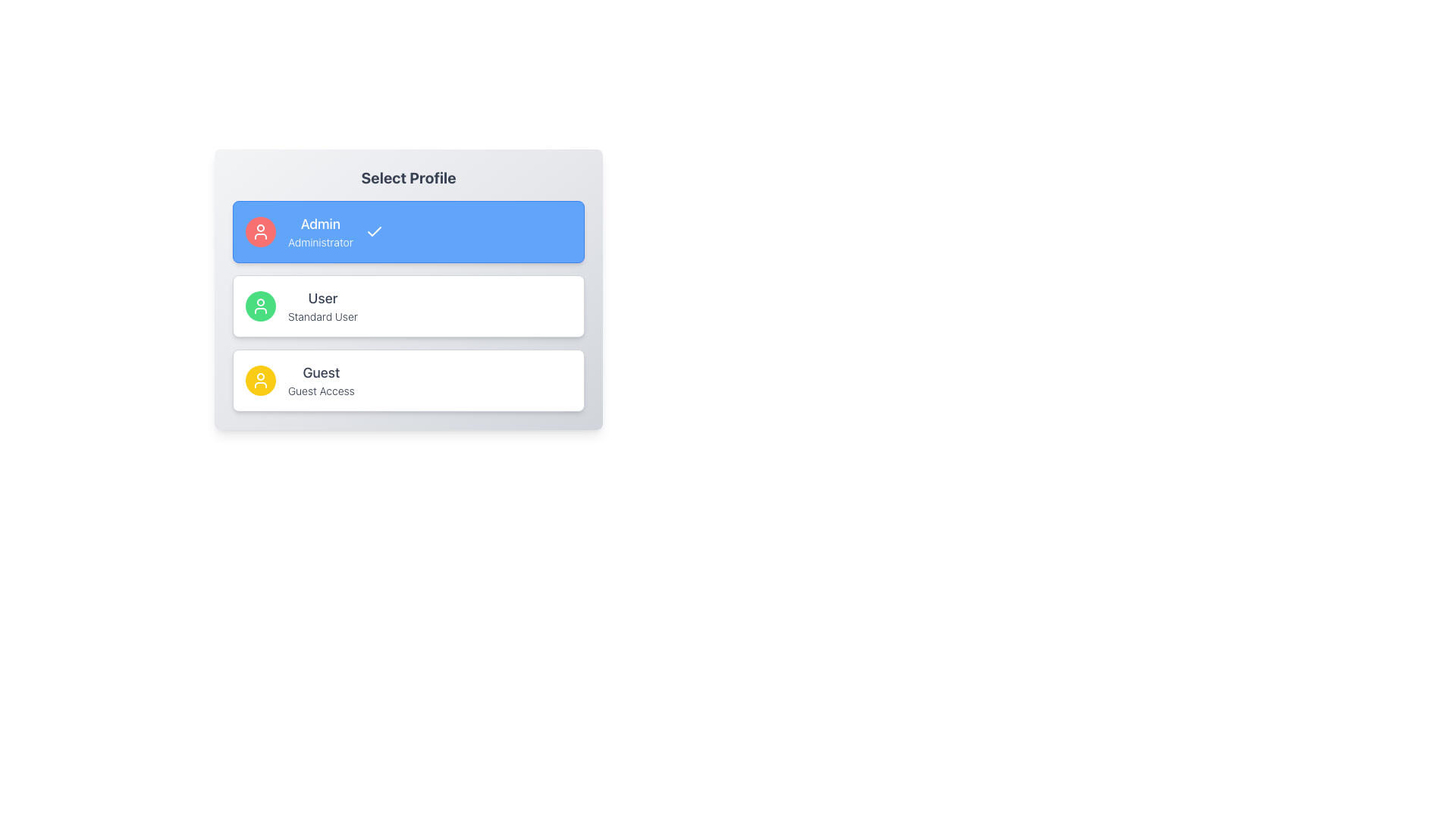  I want to click on the user silhouette icon encased in a yellow circular background, which represents the 'Guest' profile option, the third option in the profile selection interface, so click(261, 379).